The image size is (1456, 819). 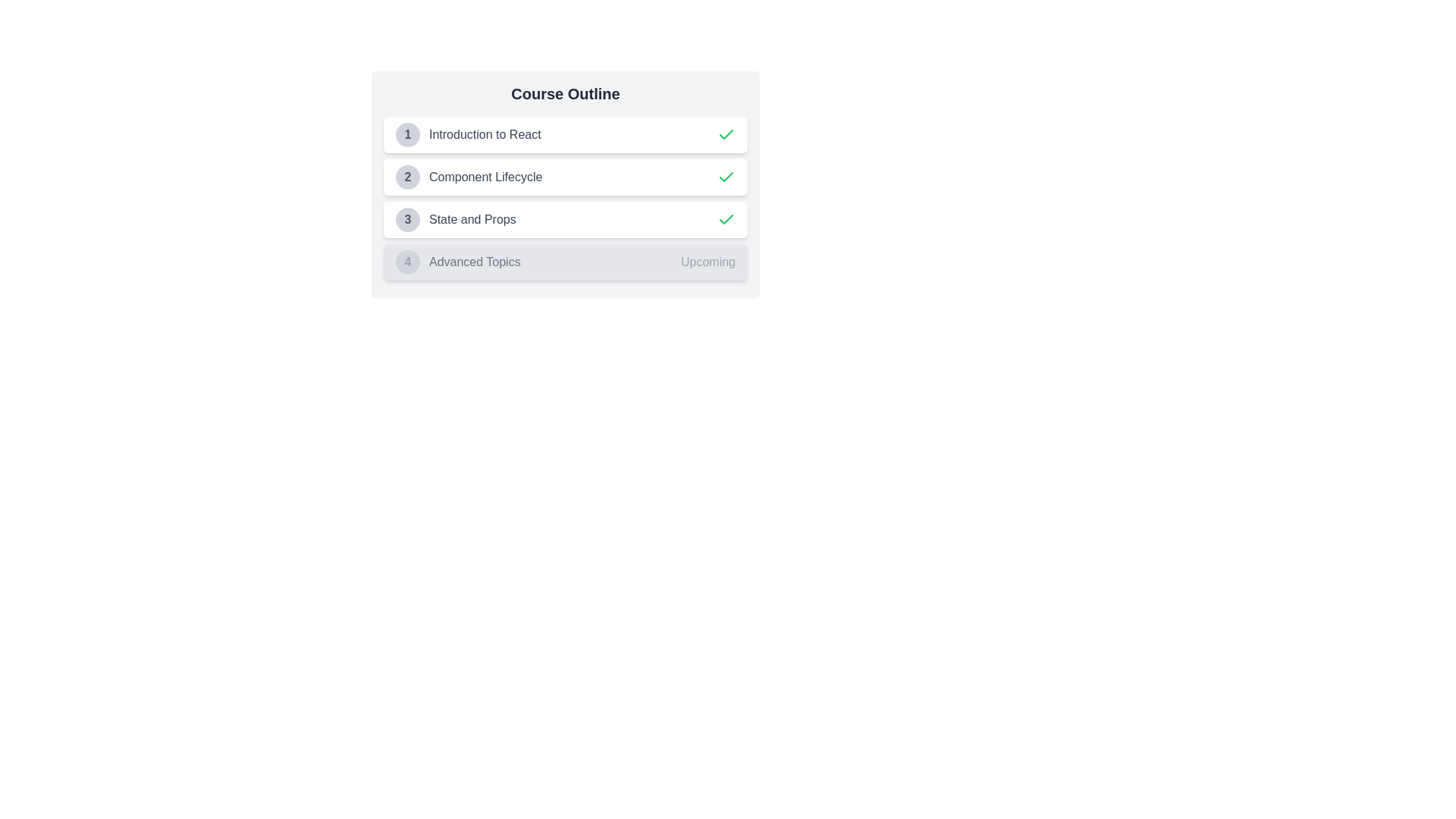 I want to click on the completion status of the Status Indicator Icon located to the right of 'Introduction to React' in the Course Outline, so click(x=726, y=176).